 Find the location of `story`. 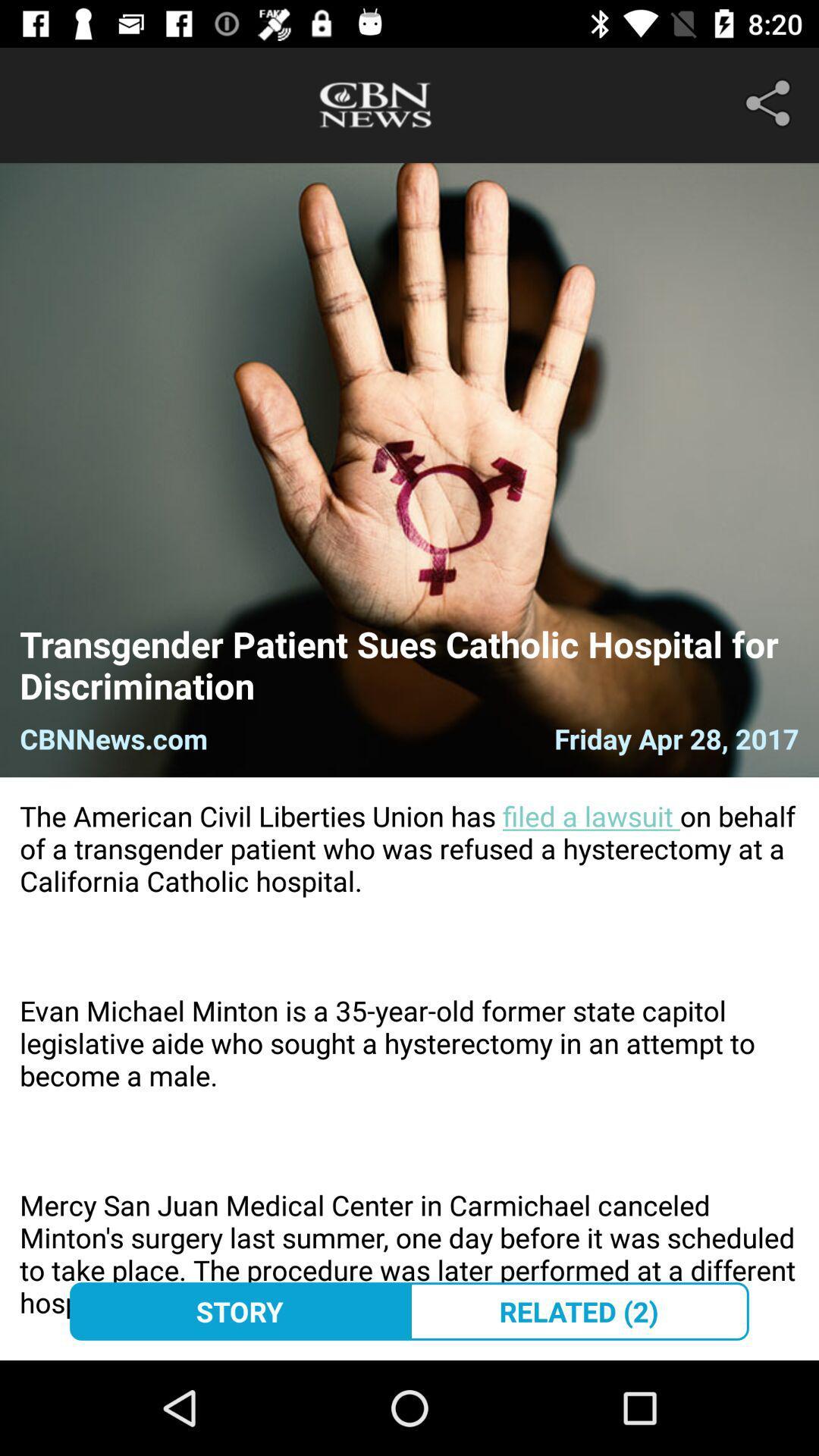

story is located at coordinates (239, 1310).